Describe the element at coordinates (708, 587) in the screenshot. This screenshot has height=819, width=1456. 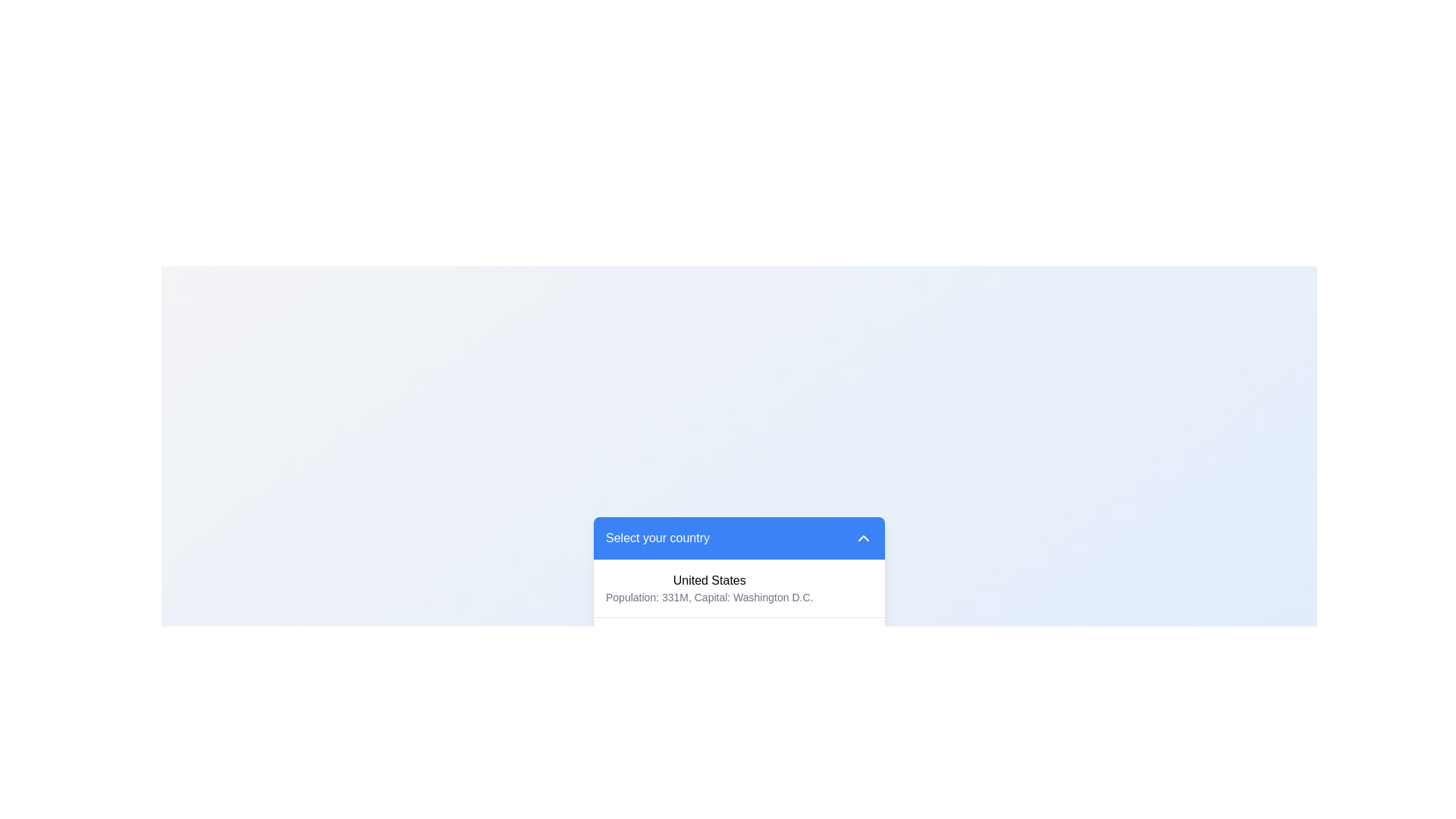
I see `the Text block displaying information about the country 'United States', which is located below the 'Select your country' dropdown` at that location.